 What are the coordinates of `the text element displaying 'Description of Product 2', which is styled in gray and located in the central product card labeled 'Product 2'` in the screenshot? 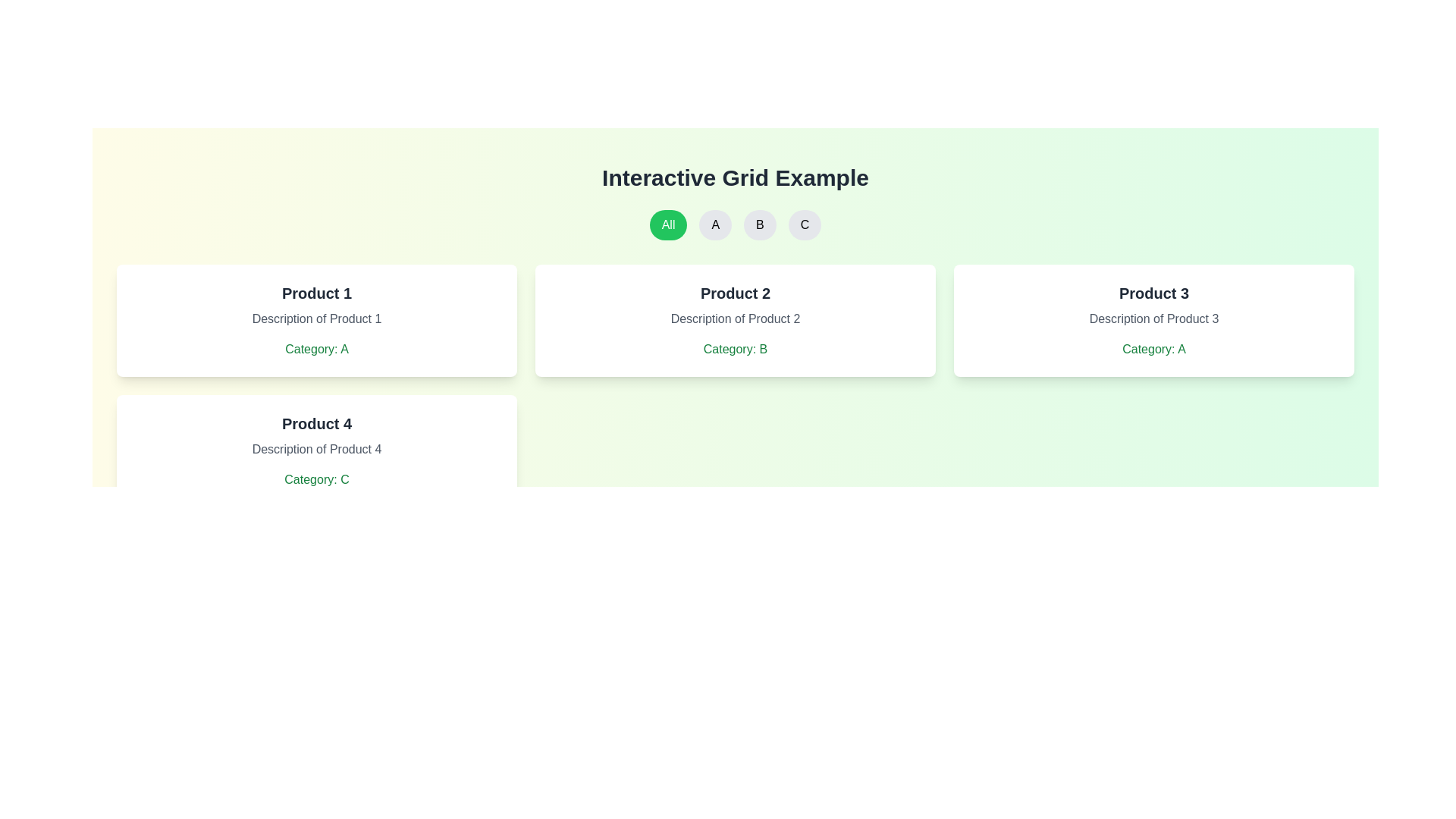 It's located at (735, 318).